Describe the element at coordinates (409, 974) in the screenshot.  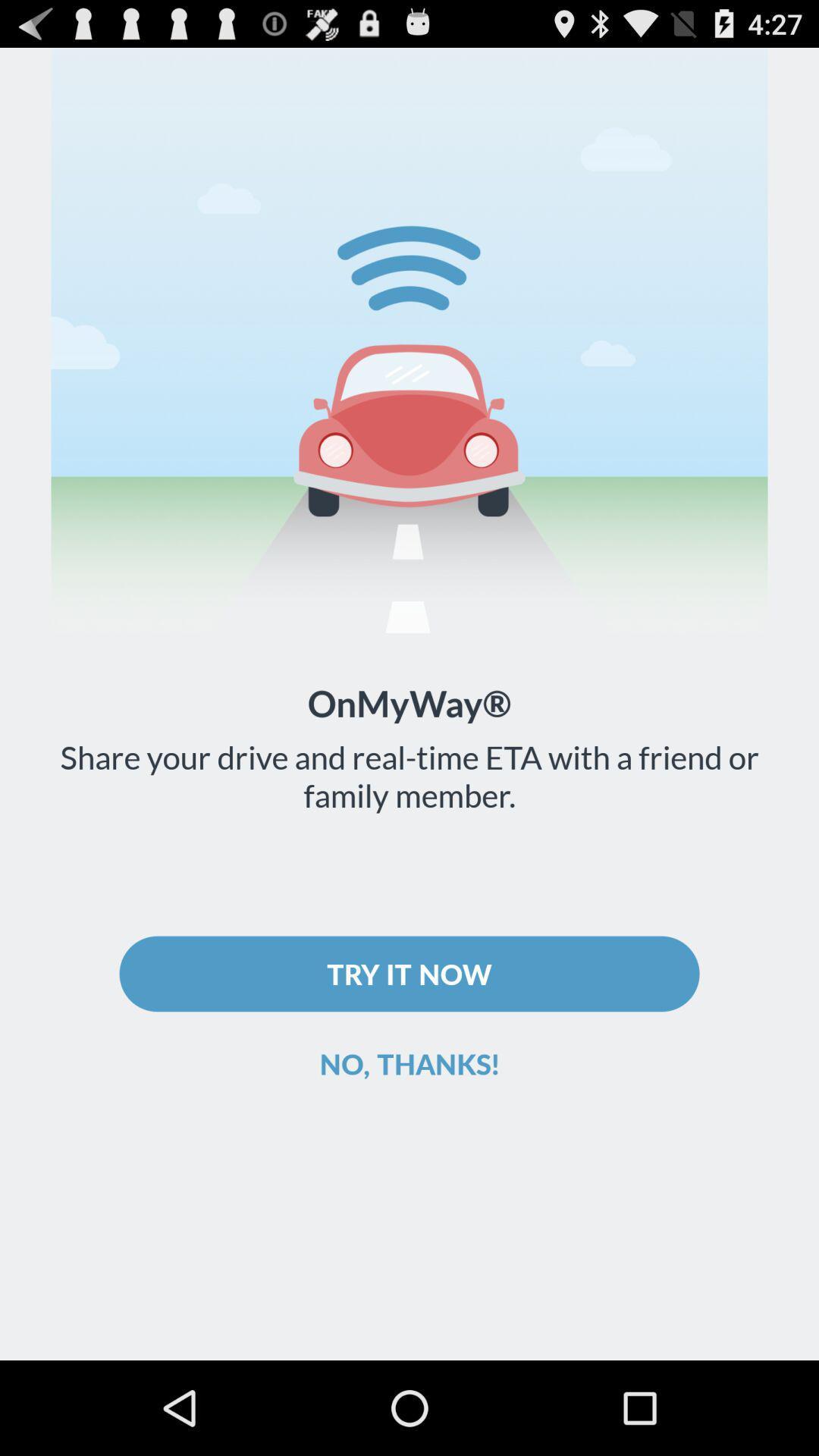
I see `item below the share your drive icon` at that location.